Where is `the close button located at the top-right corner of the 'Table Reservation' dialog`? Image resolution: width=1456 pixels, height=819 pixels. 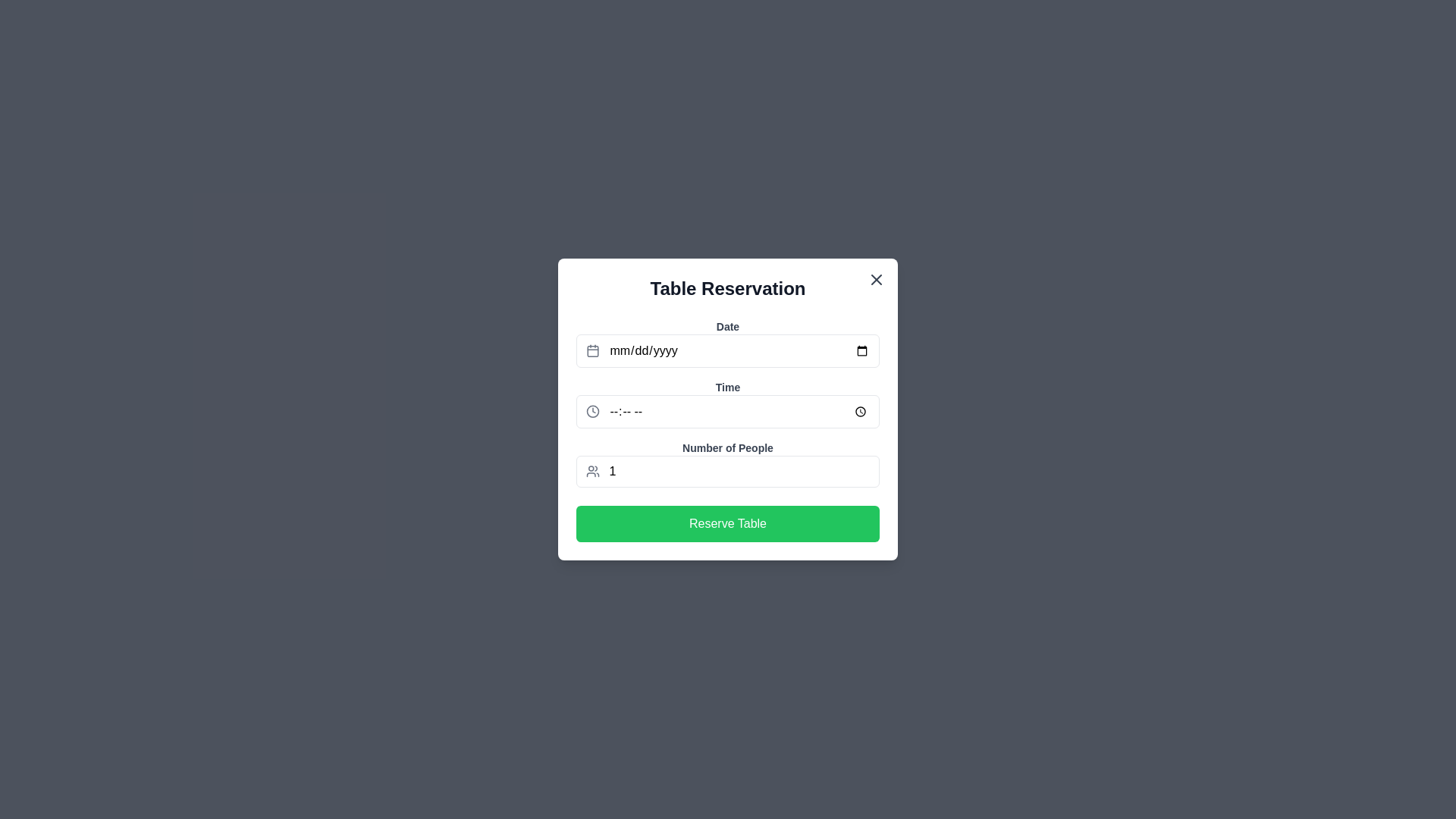
the close button located at the top-right corner of the 'Table Reservation' dialog is located at coordinates (877, 280).